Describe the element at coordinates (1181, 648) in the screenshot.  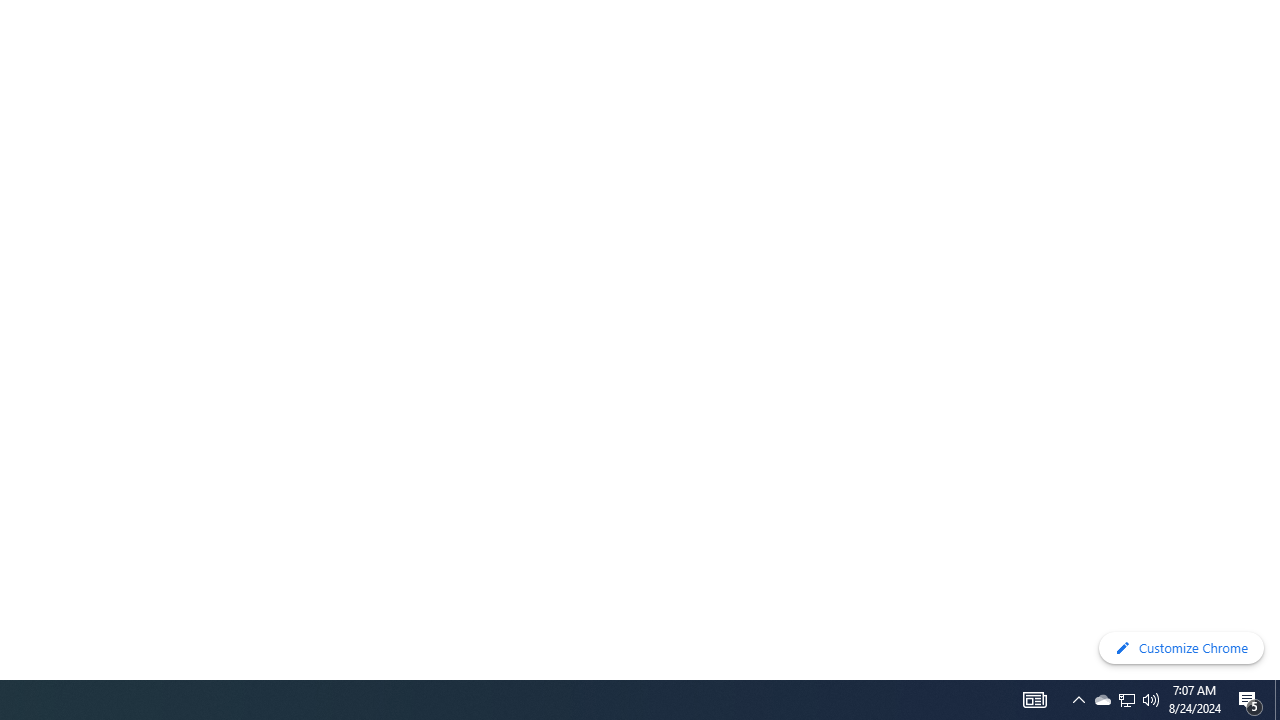
I see `'Customize Chrome'` at that location.